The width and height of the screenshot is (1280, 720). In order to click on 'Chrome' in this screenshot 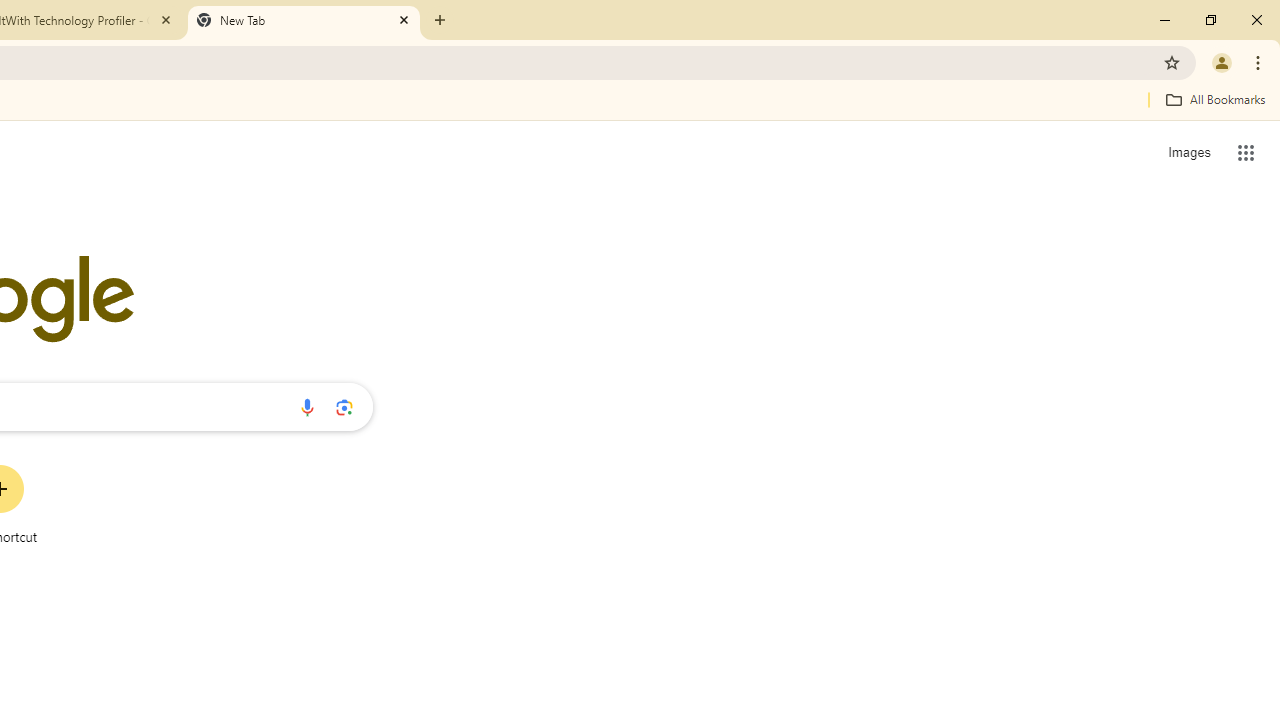, I will do `click(1259, 61)`.